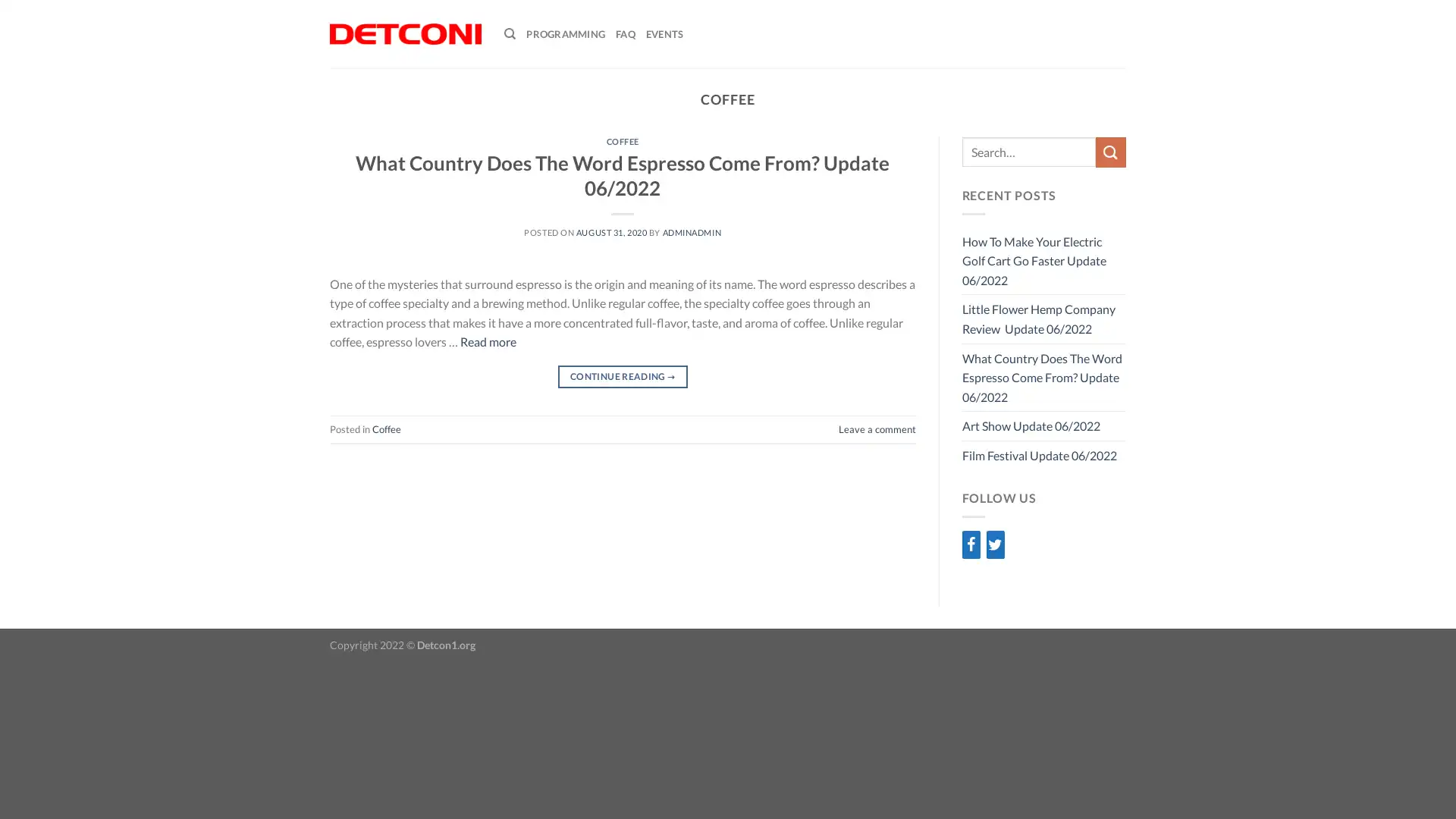  I want to click on Submit, so click(1110, 152).